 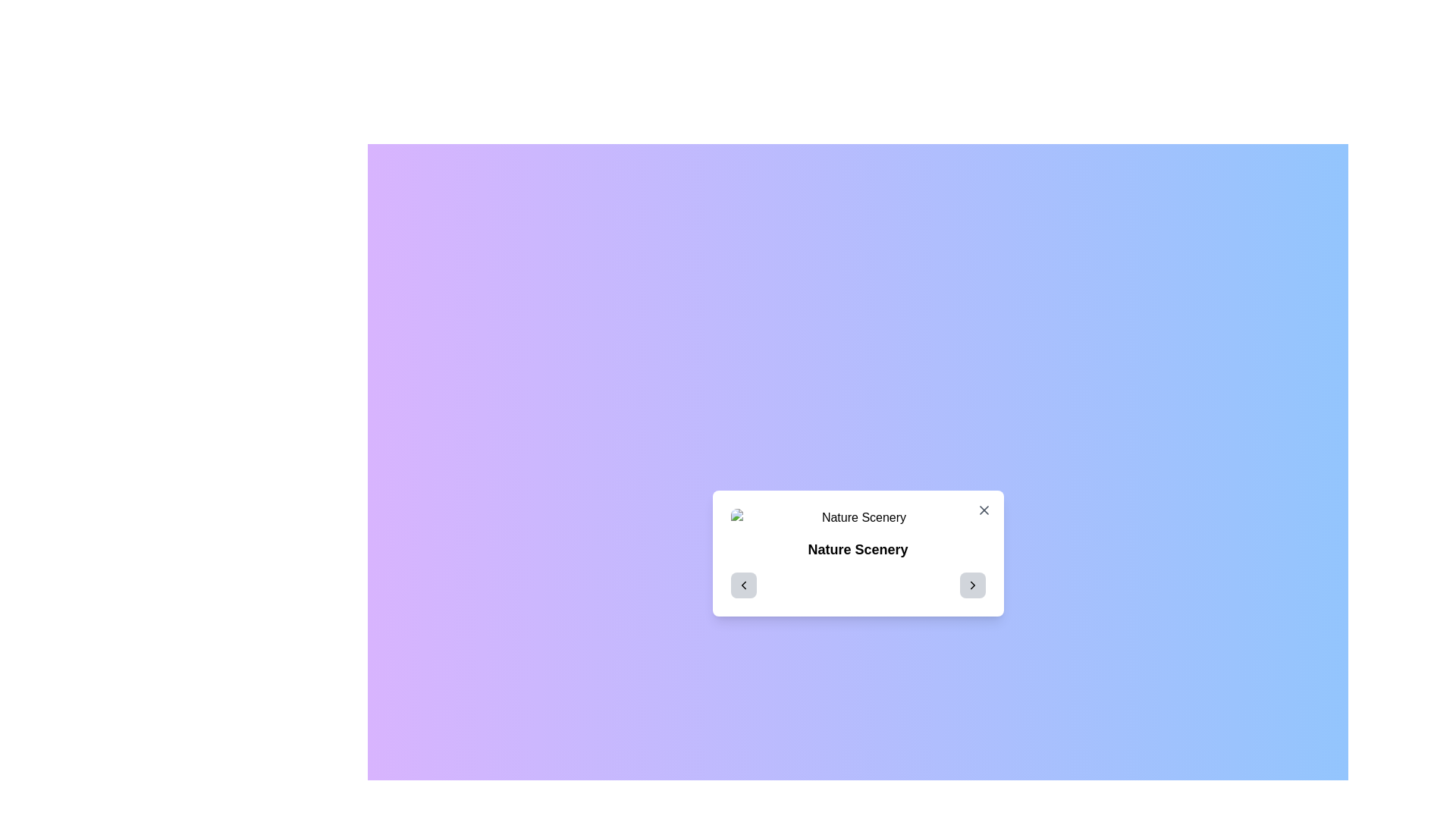 What do you see at coordinates (743, 584) in the screenshot?
I see `the left navigation button for scrolling to the previous item in the sequence` at bounding box center [743, 584].